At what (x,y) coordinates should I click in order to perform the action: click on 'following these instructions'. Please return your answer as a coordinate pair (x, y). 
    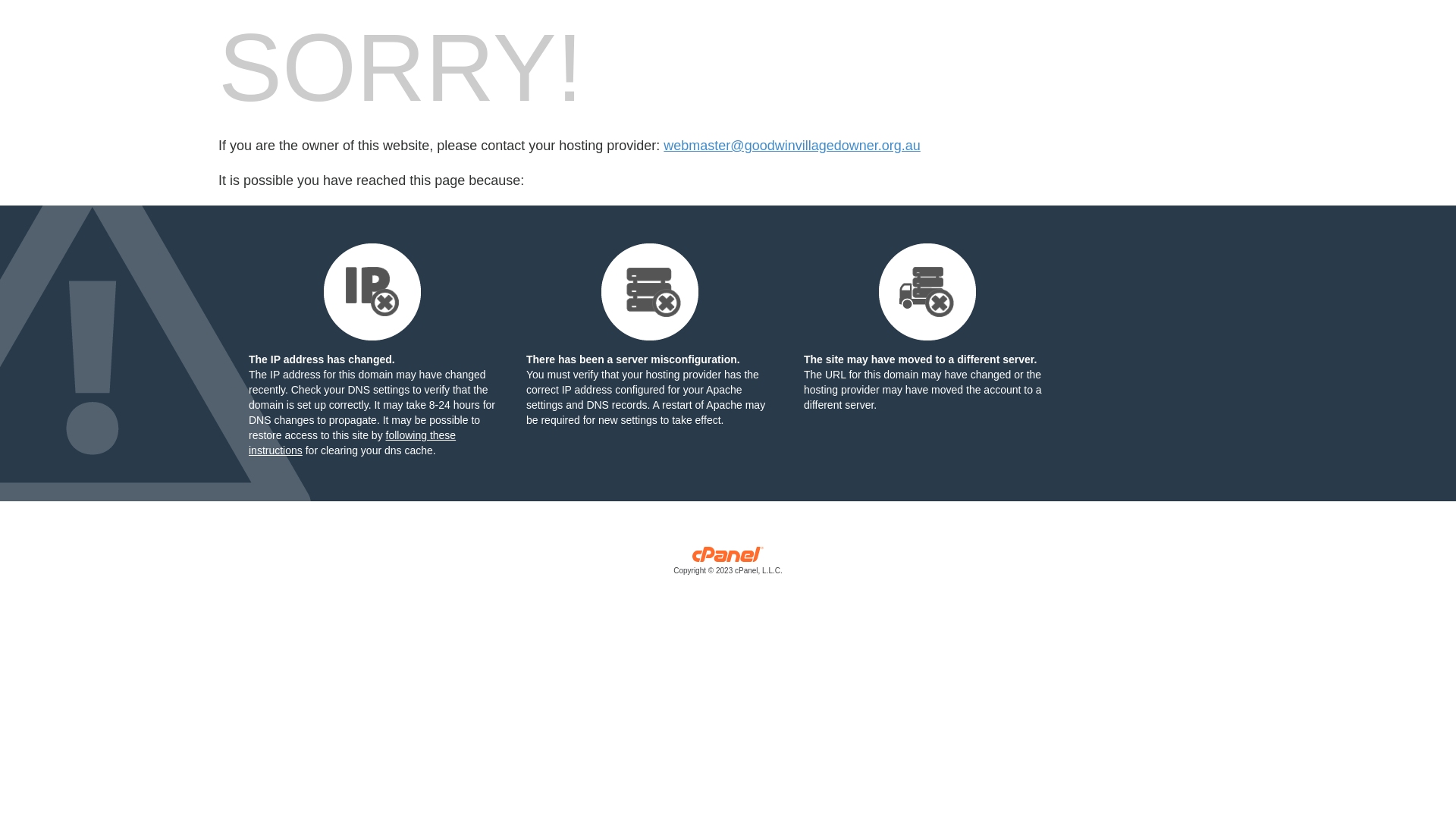
    Looking at the image, I should click on (351, 442).